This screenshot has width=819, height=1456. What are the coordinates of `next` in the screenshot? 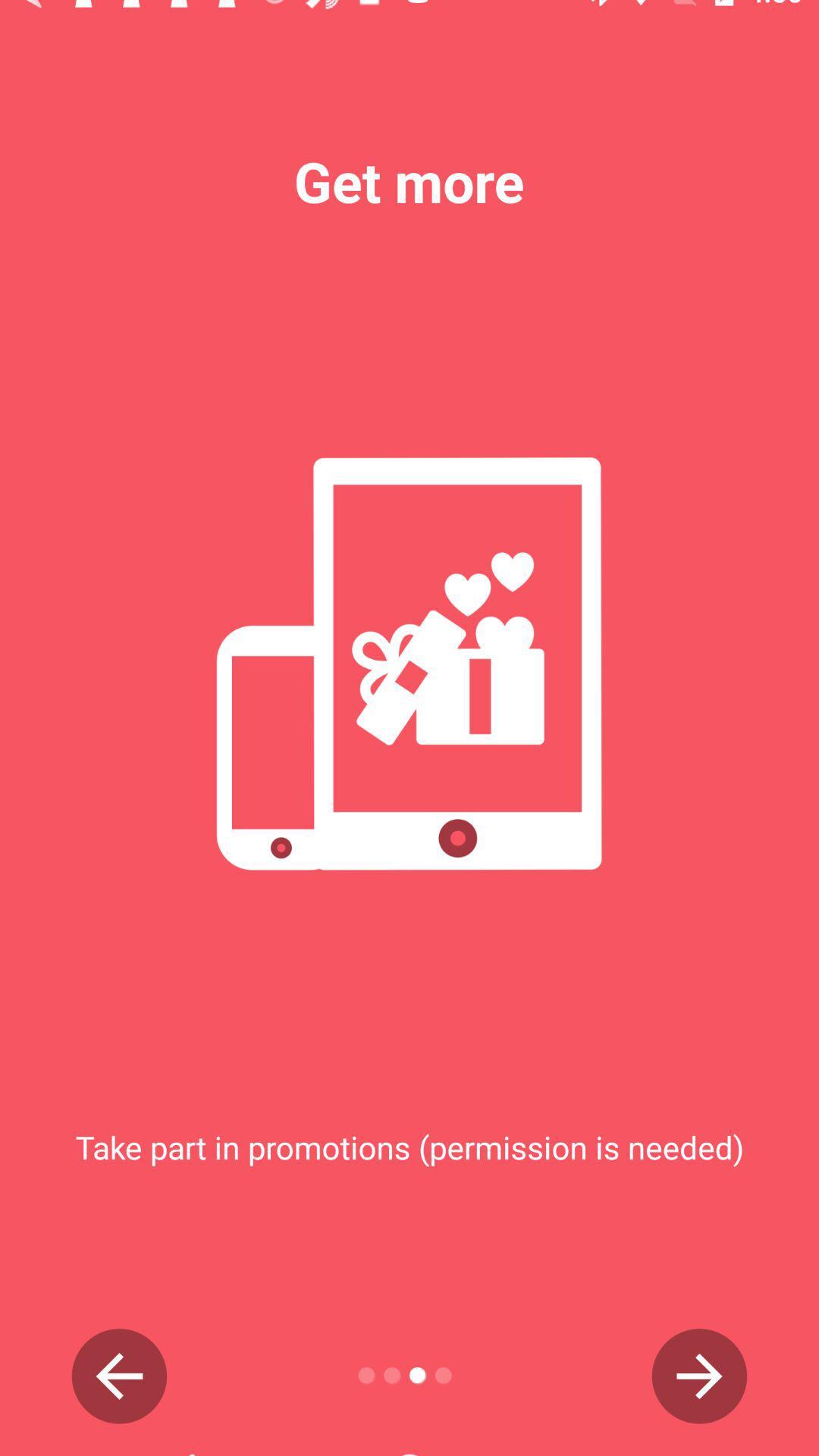 It's located at (699, 1376).